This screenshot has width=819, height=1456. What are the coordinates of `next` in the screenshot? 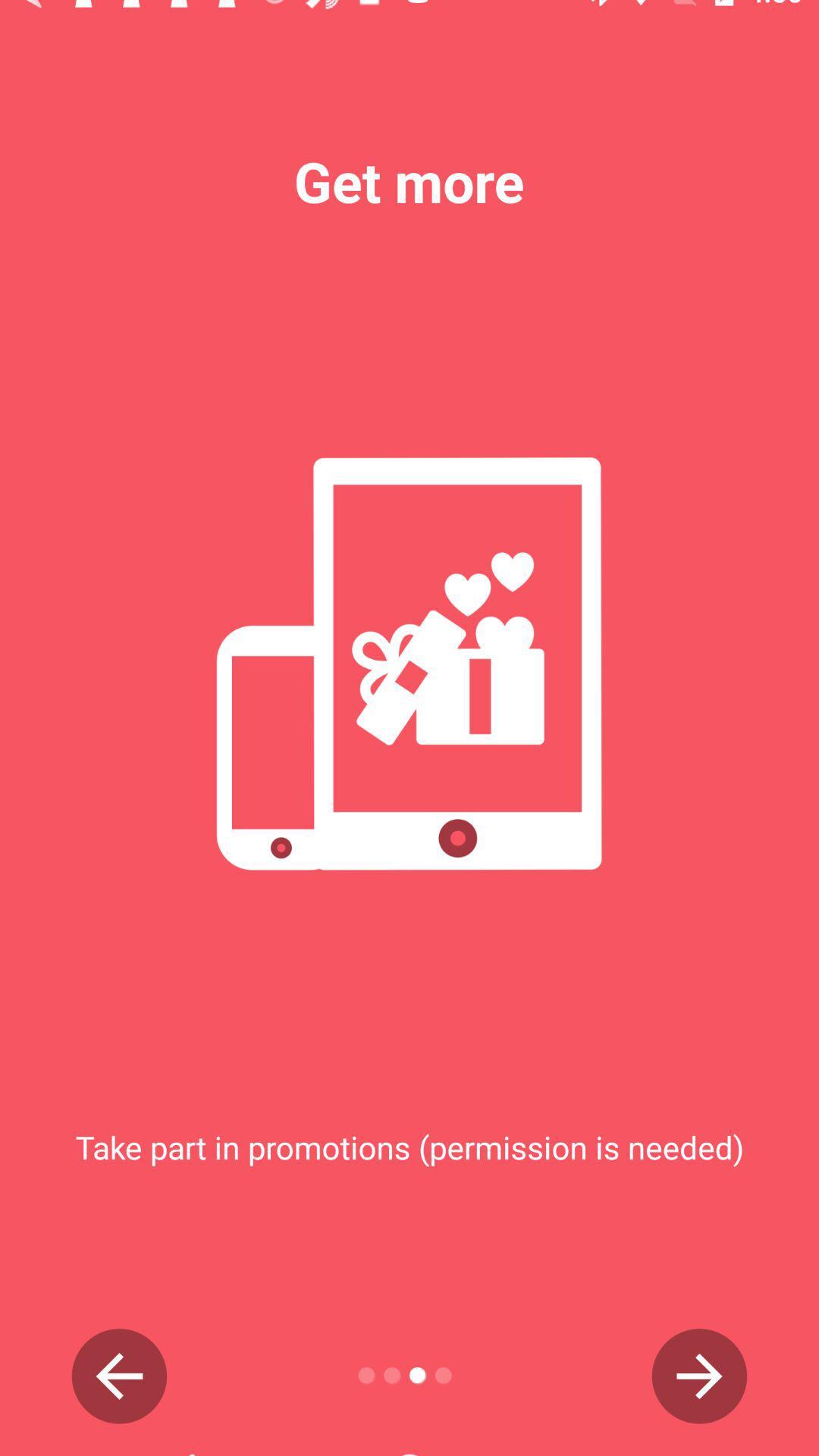 It's located at (699, 1376).